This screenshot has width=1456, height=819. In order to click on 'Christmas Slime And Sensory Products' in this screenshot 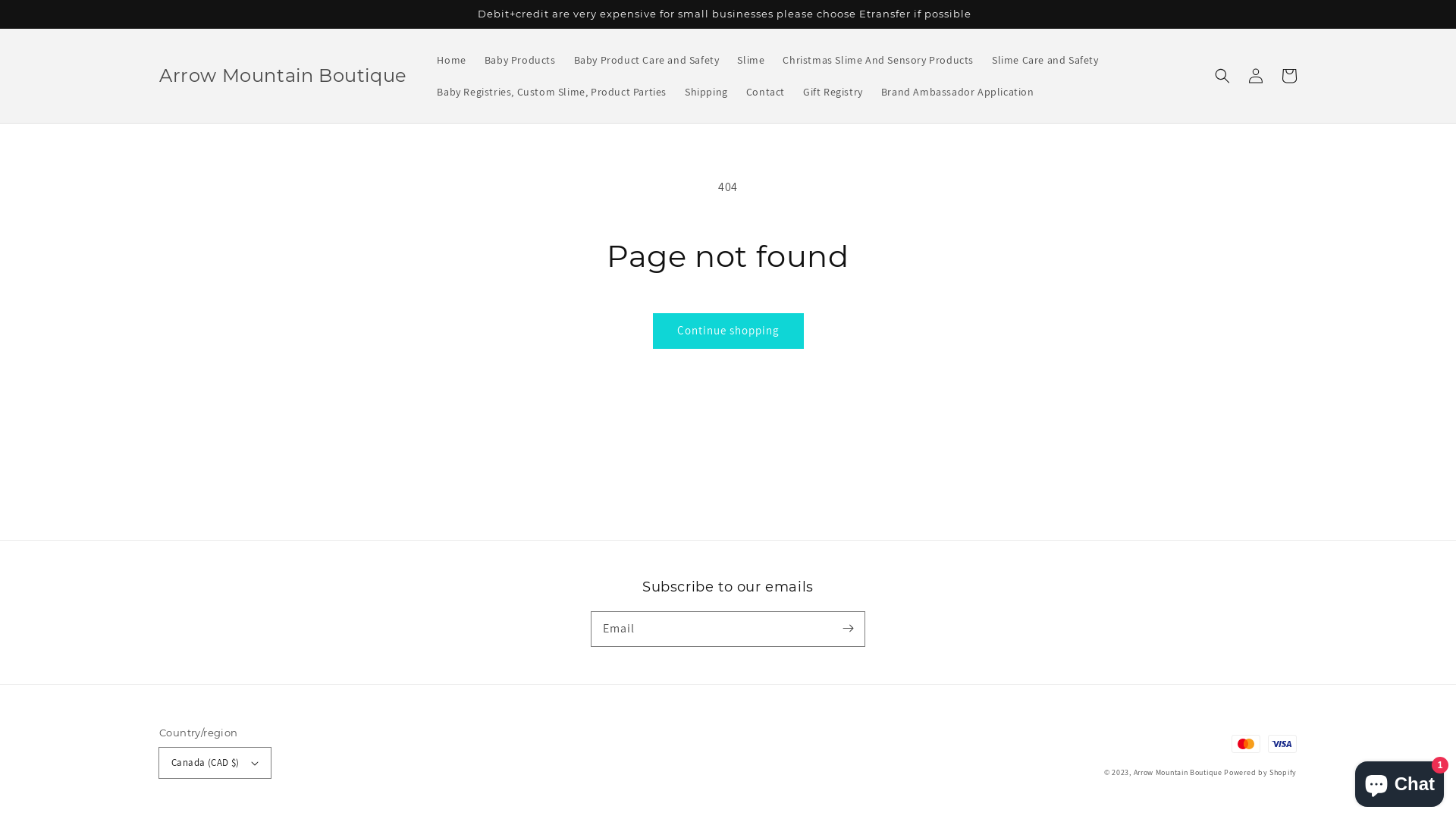, I will do `click(877, 58)`.